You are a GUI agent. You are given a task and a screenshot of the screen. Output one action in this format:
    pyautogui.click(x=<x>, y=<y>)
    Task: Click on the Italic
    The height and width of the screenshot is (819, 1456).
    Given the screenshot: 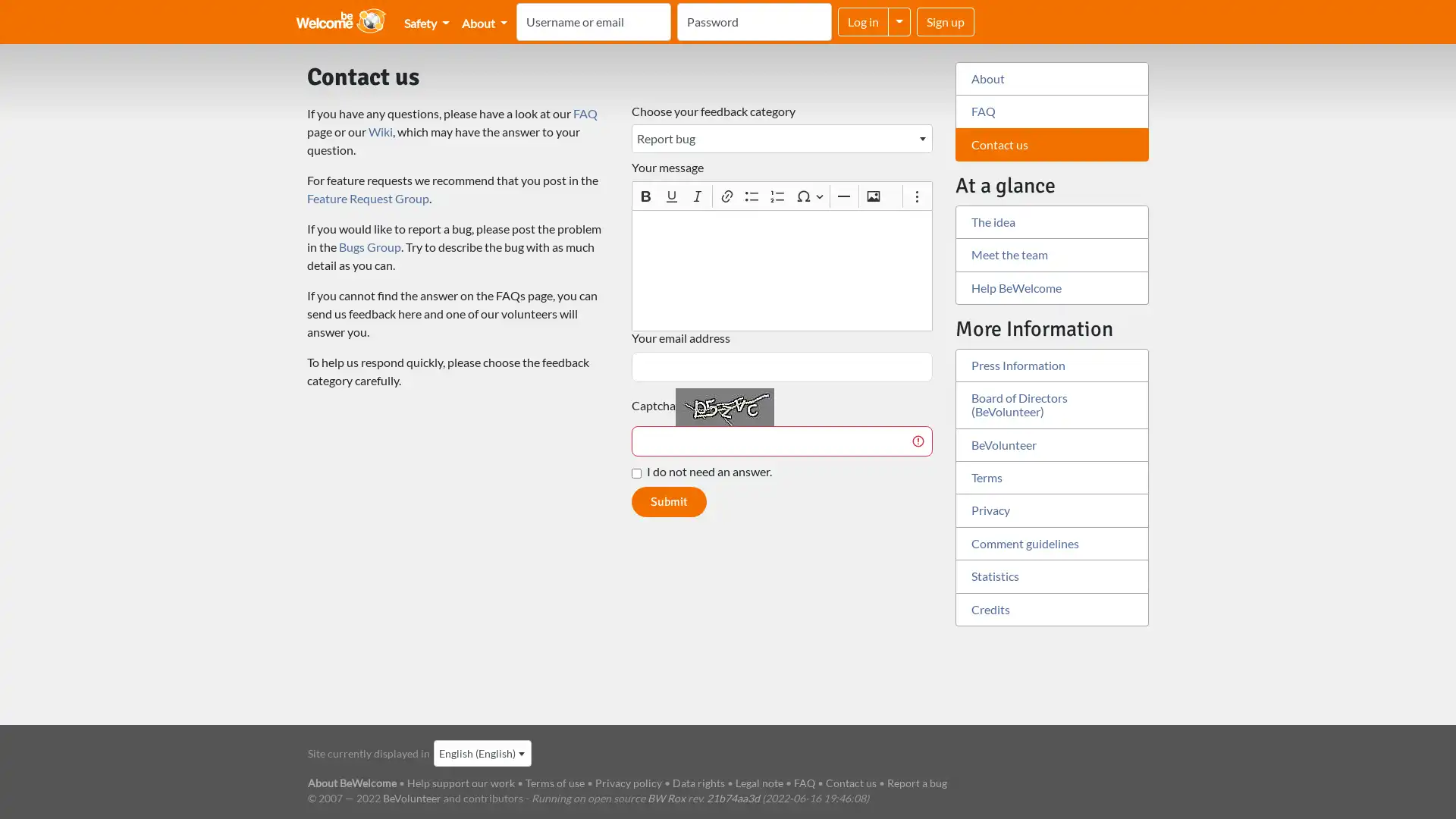 What is the action you would take?
    pyautogui.click(x=695, y=195)
    